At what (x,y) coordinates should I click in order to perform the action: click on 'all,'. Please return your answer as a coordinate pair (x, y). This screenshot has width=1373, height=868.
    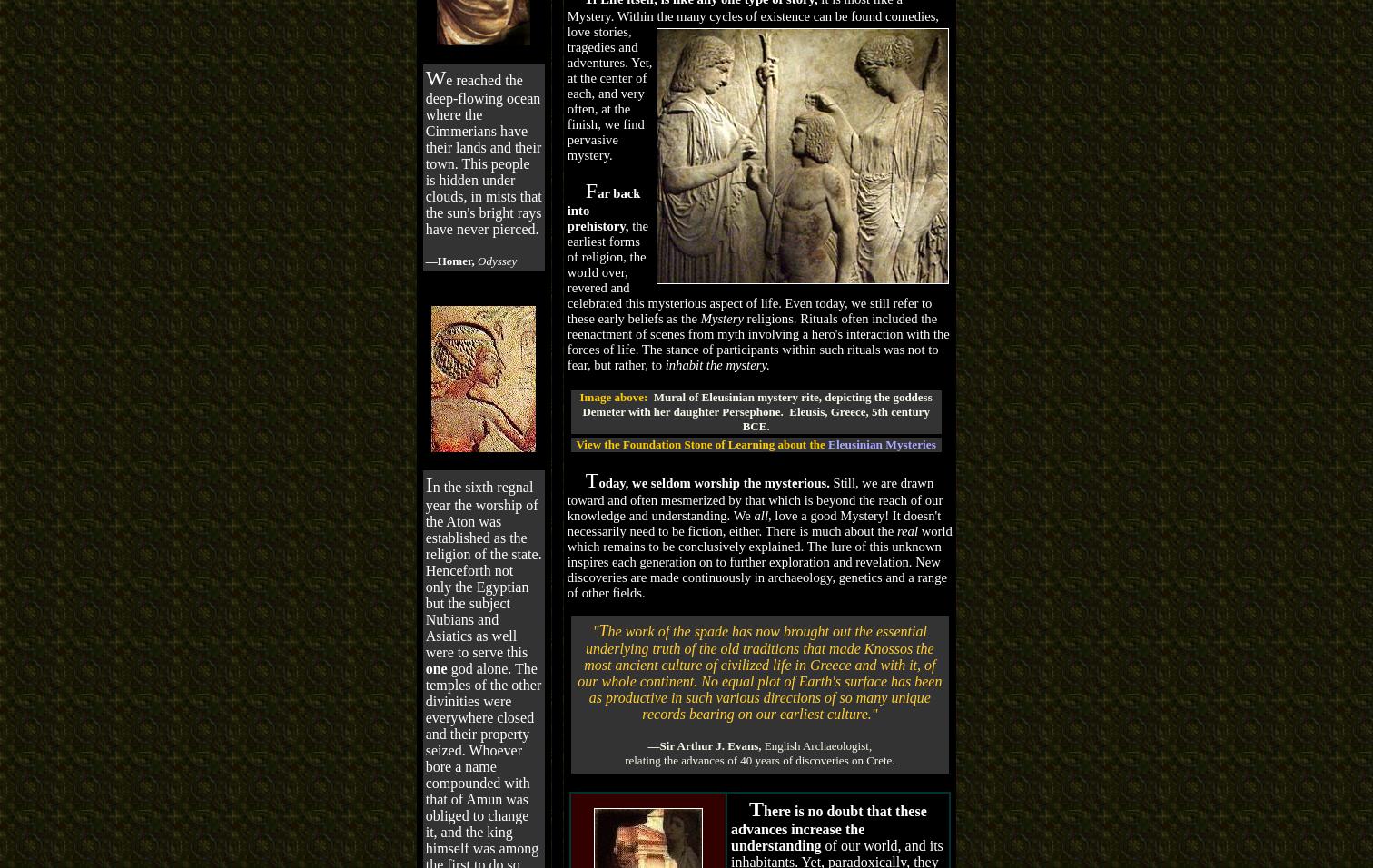
    Looking at the image, I should click on (760, 514).